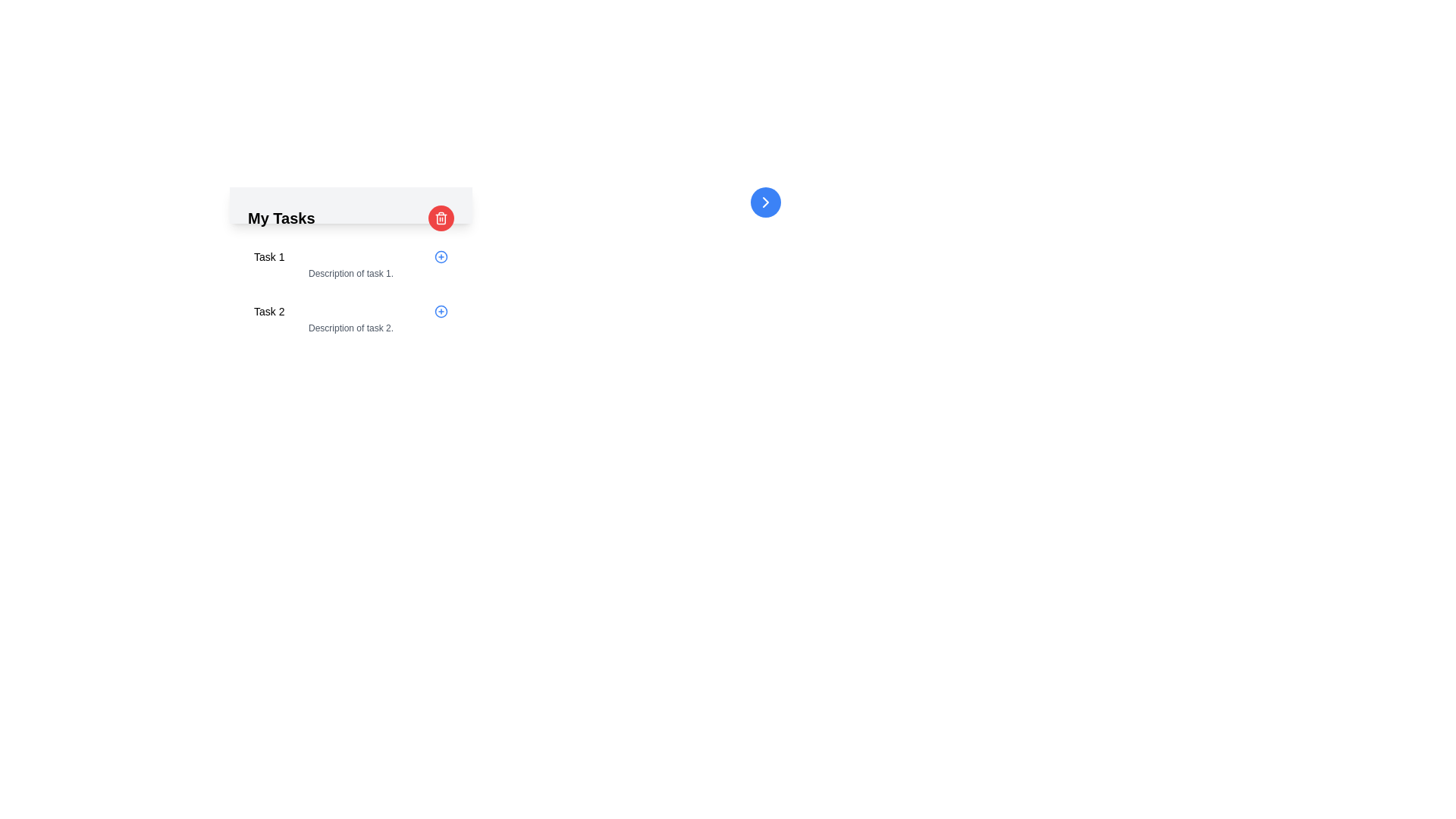 The width and height of the screenshot is (1456, 819). What do you see at coordinates (440, 311) in the screenshot?
I see `the circular '+' icon button located to the right of the 'Task 2' label` at bounding box center [440, 311].